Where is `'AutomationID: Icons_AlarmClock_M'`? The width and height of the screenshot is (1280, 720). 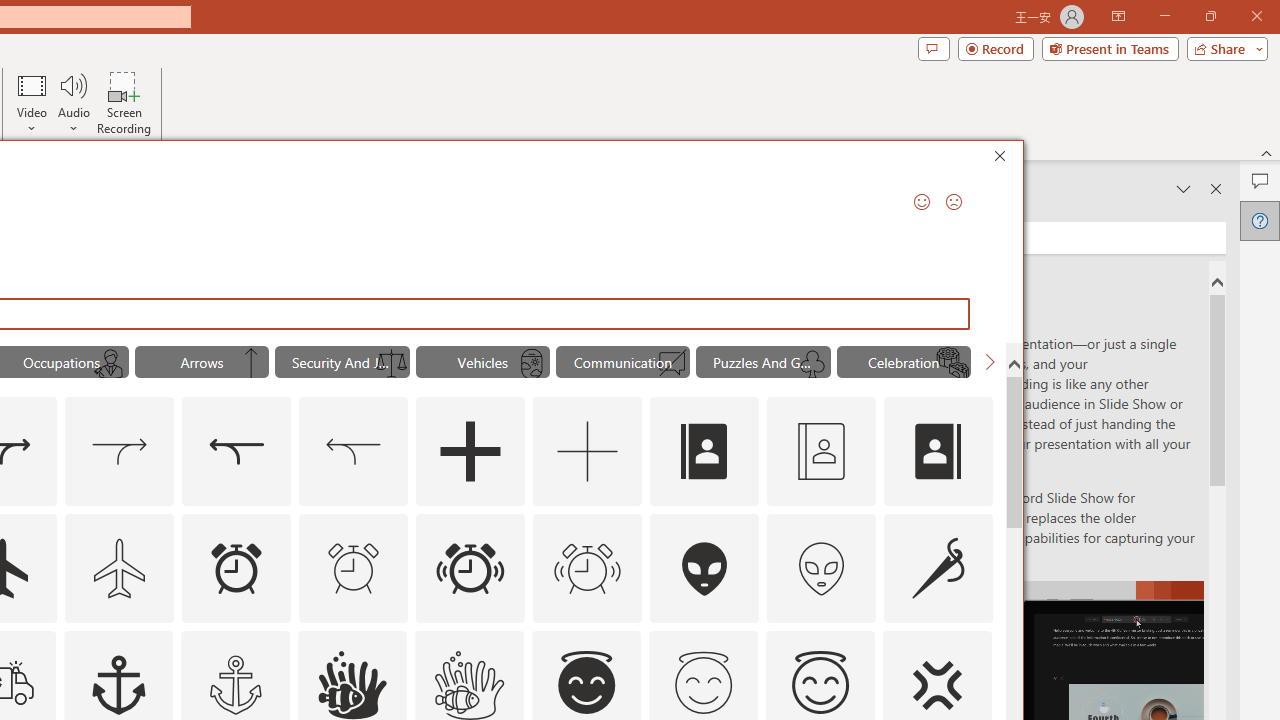
'AutomationID: Icons_AlarmClock_M' is located at coordinates (353, 568).